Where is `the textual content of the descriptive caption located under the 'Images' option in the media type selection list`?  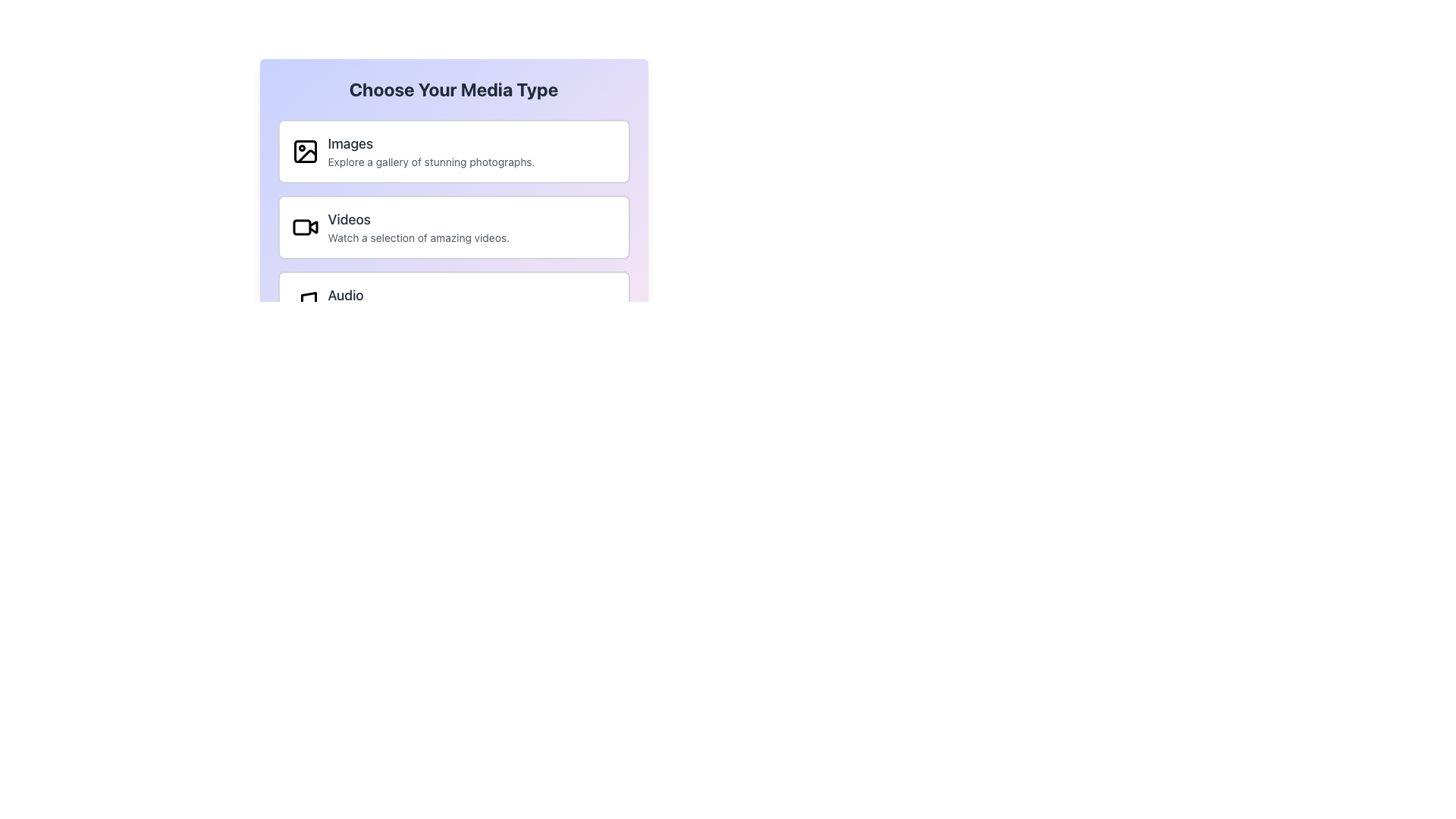 the textual content of the descriptive caption located under the 'Images' option in the media type selection list is located at coordinates (431, 162).